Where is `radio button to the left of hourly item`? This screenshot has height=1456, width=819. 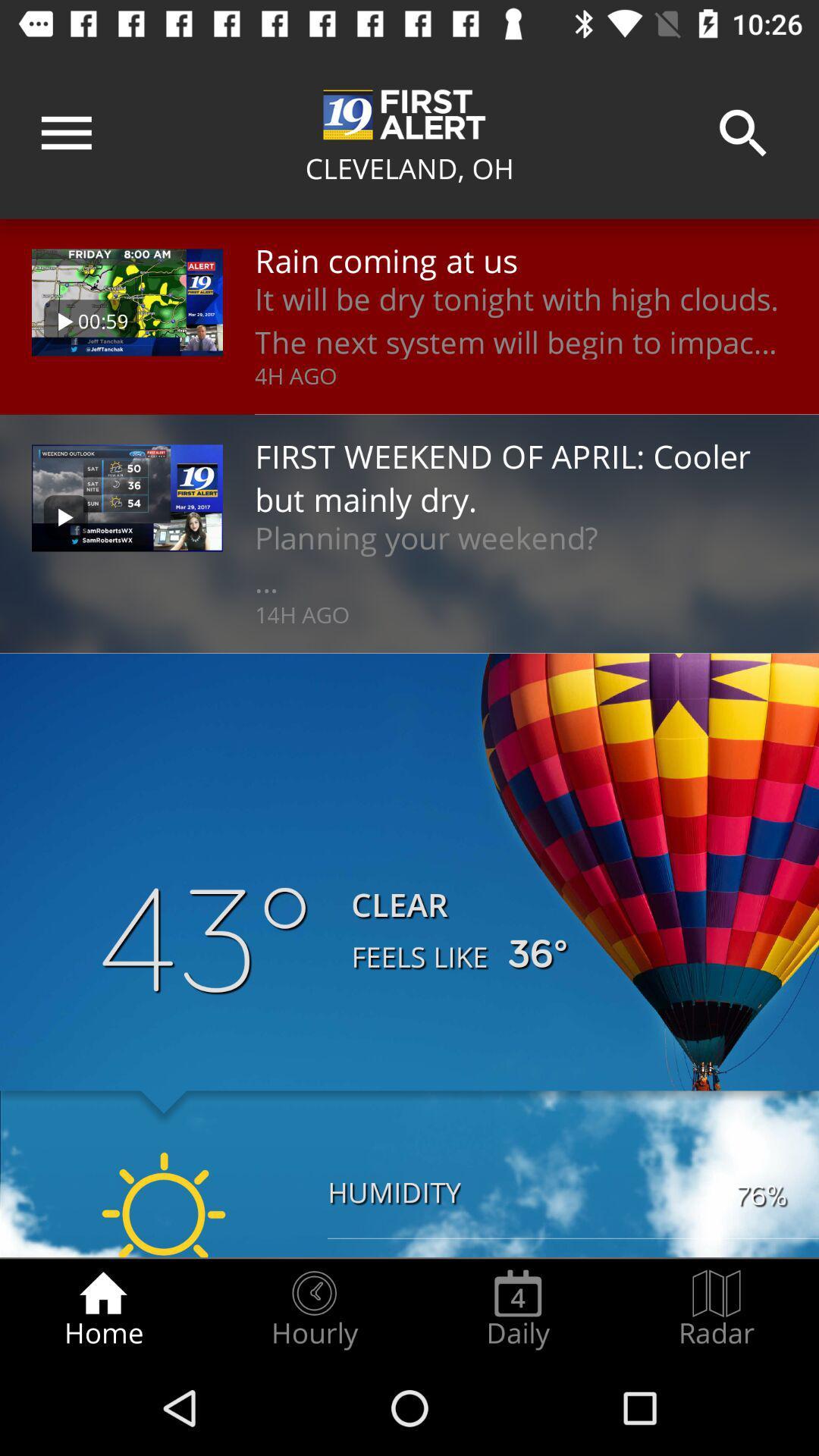 radio button to the left of hourly item is located at coordinates (102, 1309).